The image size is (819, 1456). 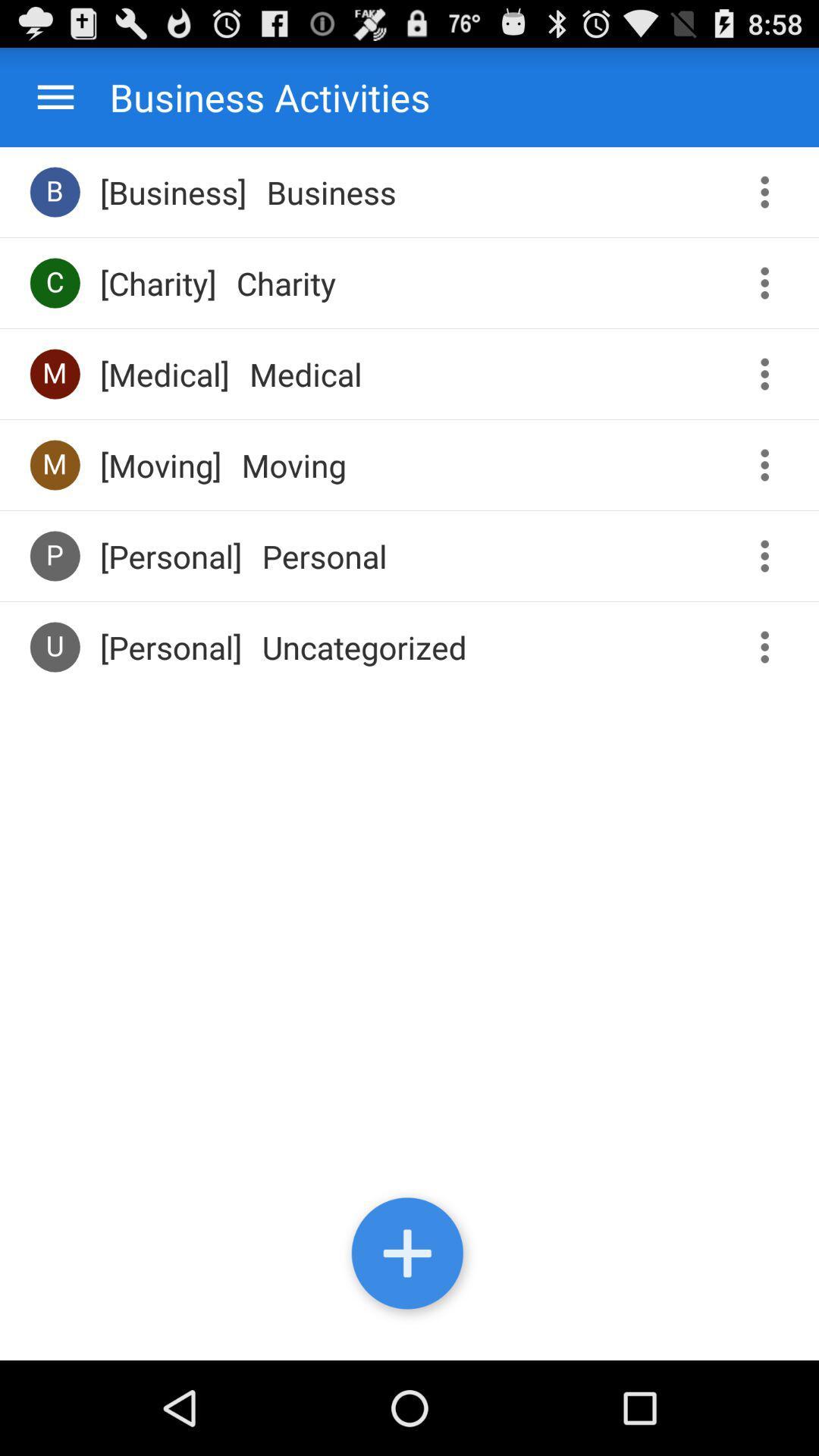 I want to click on the app above the b icon, so click(x=55, y=96).